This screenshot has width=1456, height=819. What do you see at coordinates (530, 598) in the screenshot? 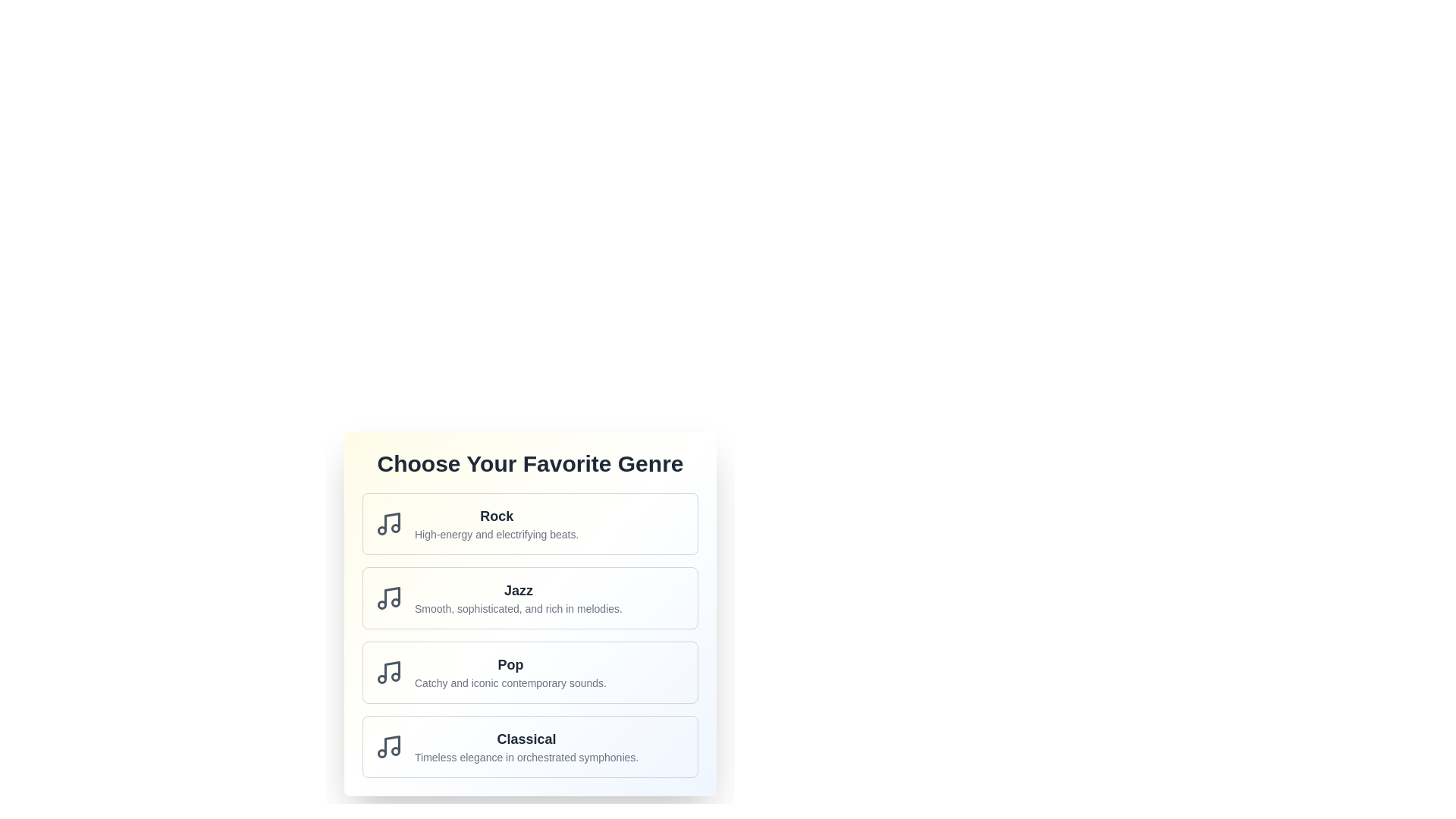
I see `the selectable list item labeled 'Jazz'` at bounding box center [530, 598].